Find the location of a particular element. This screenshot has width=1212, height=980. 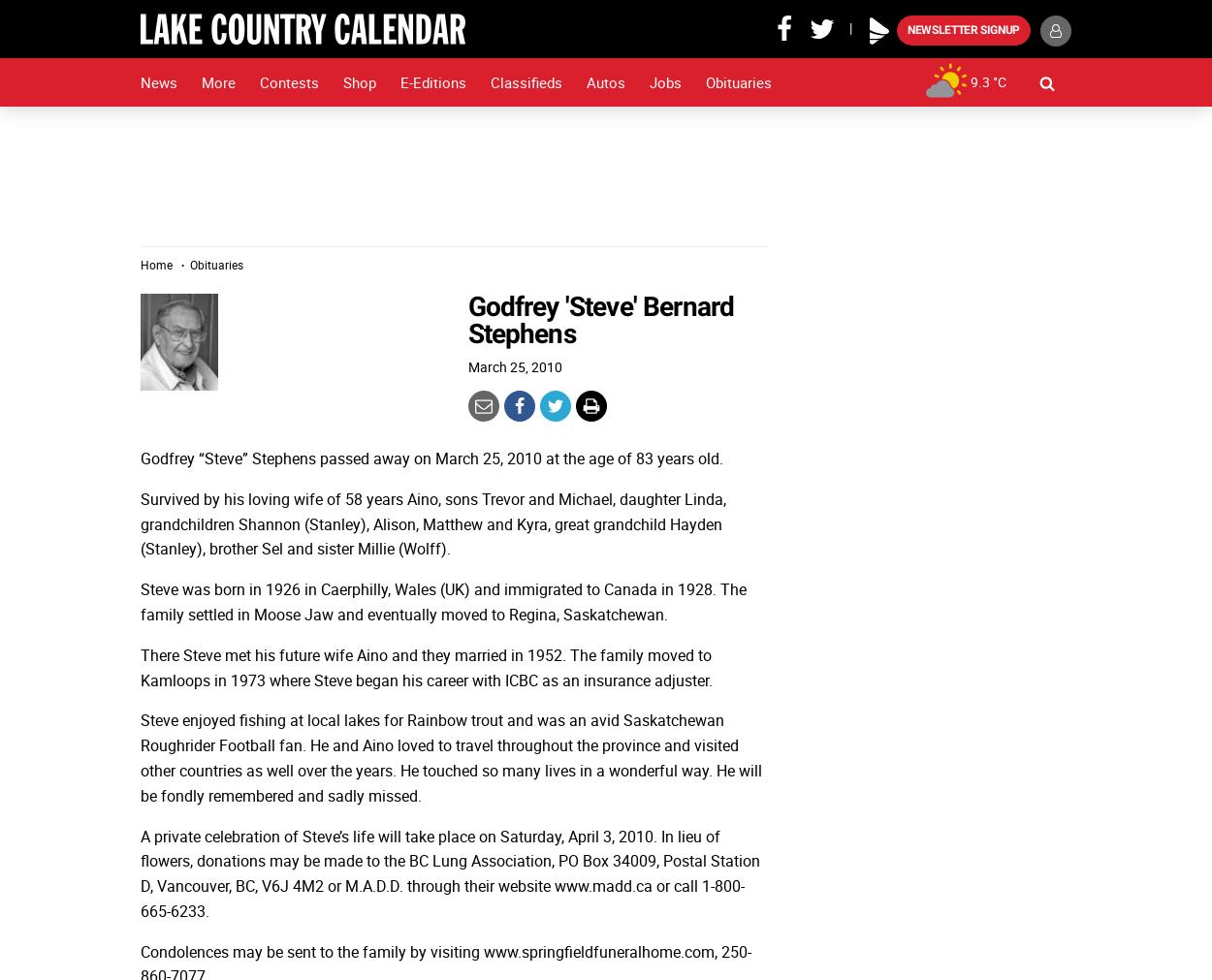

'Godfrey “Steve” Stephens passed away on March 25, 2010 at the age of 83 years old.' is located at coordinates (431, 458).